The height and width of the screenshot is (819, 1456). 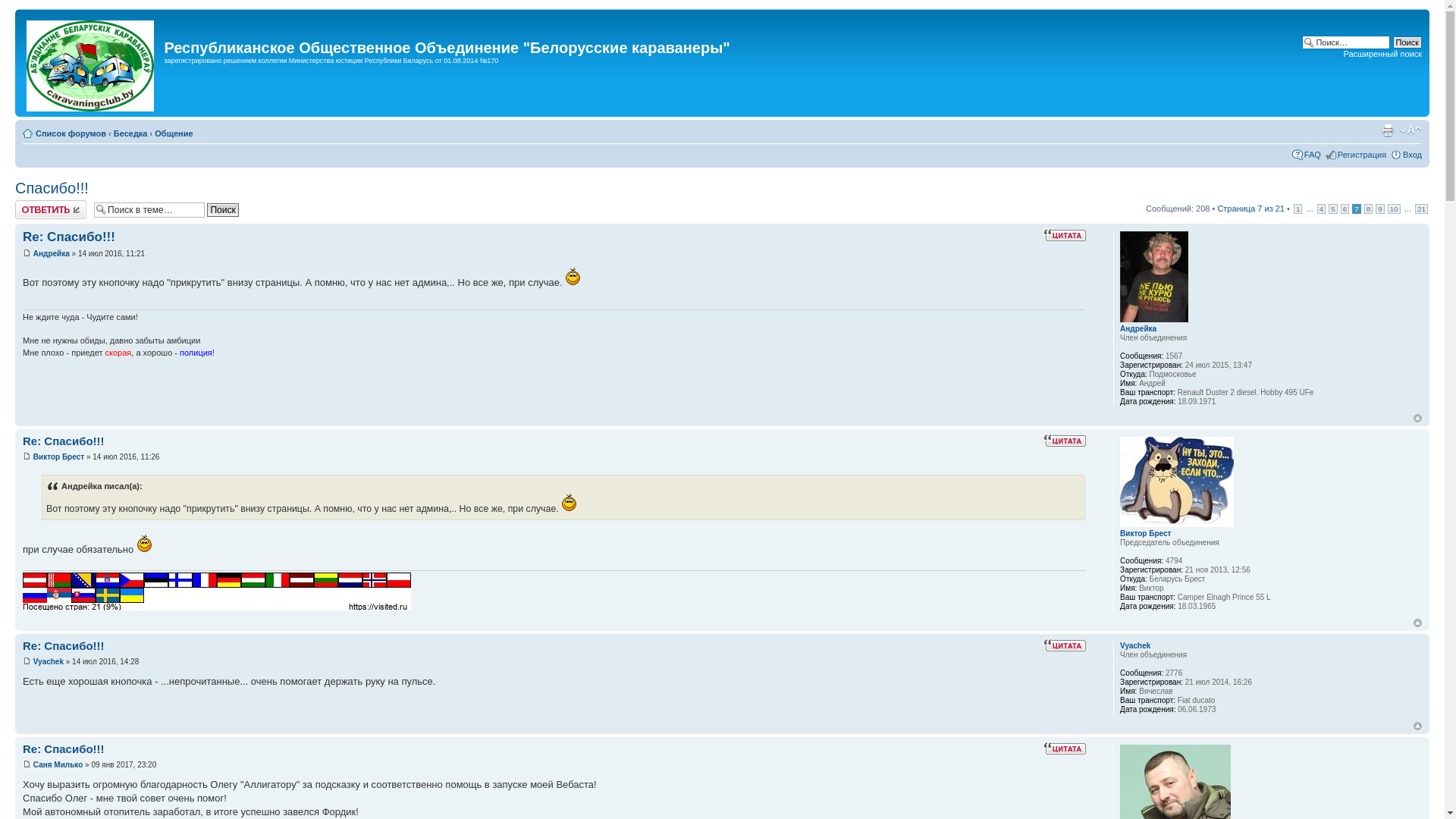 What do you see at coordinates (1332, 209) in the screenshot?
I see `'5'` at bounding box center [1332, 209].